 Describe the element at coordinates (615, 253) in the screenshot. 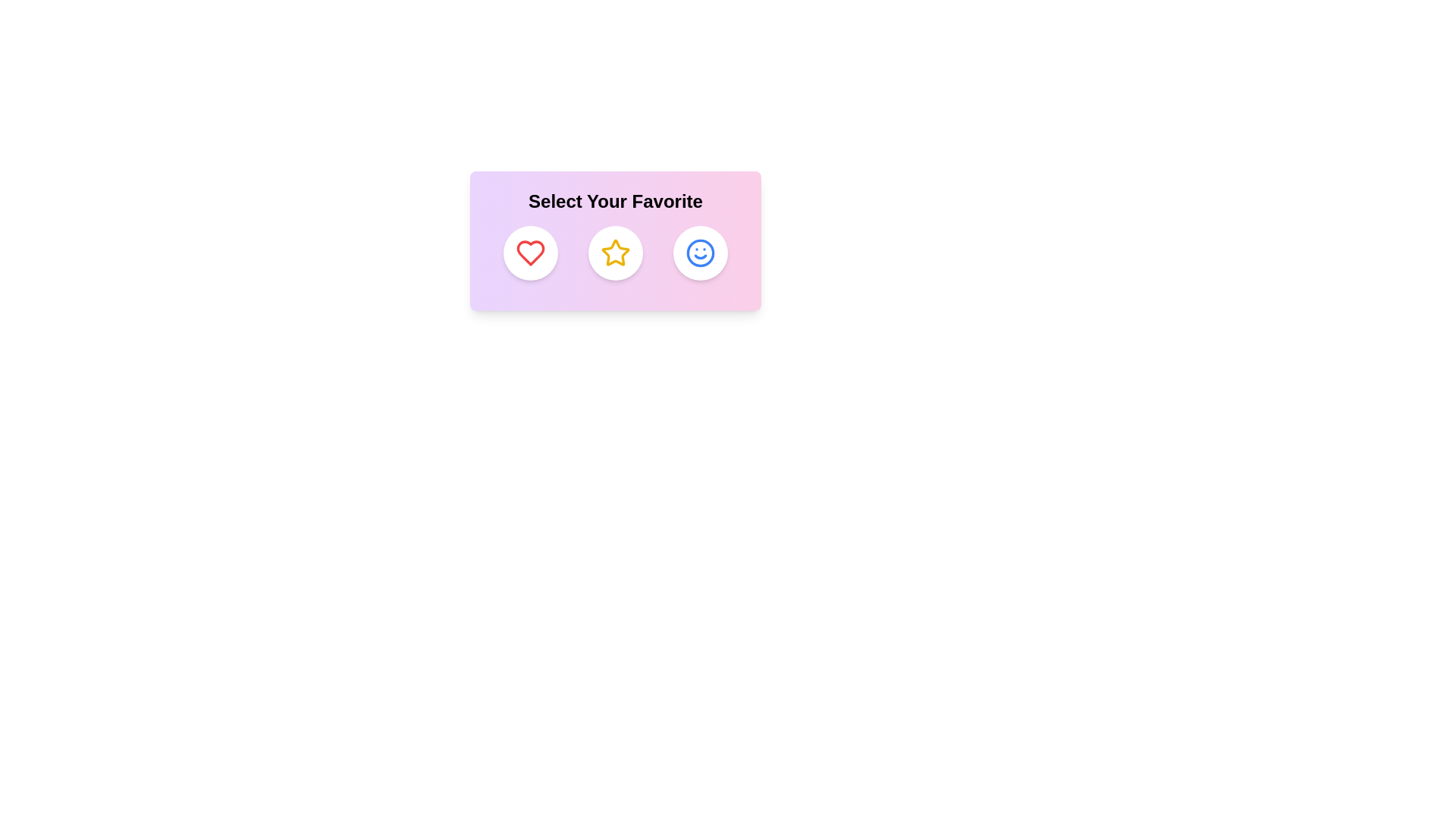

I see `the Star icon to observe its hover effect` at that location.